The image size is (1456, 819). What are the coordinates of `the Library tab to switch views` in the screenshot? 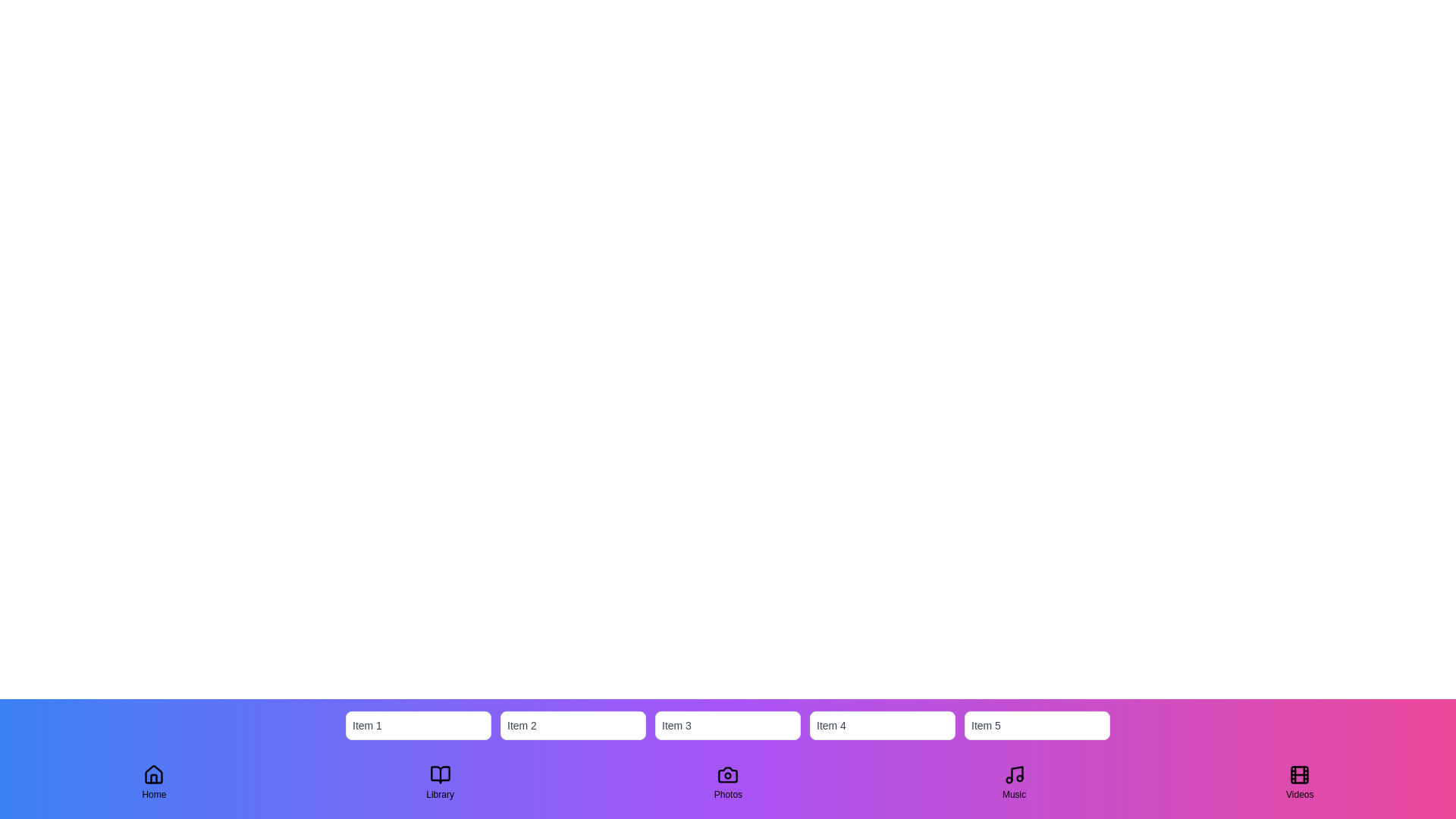 It's located at (439, 783).